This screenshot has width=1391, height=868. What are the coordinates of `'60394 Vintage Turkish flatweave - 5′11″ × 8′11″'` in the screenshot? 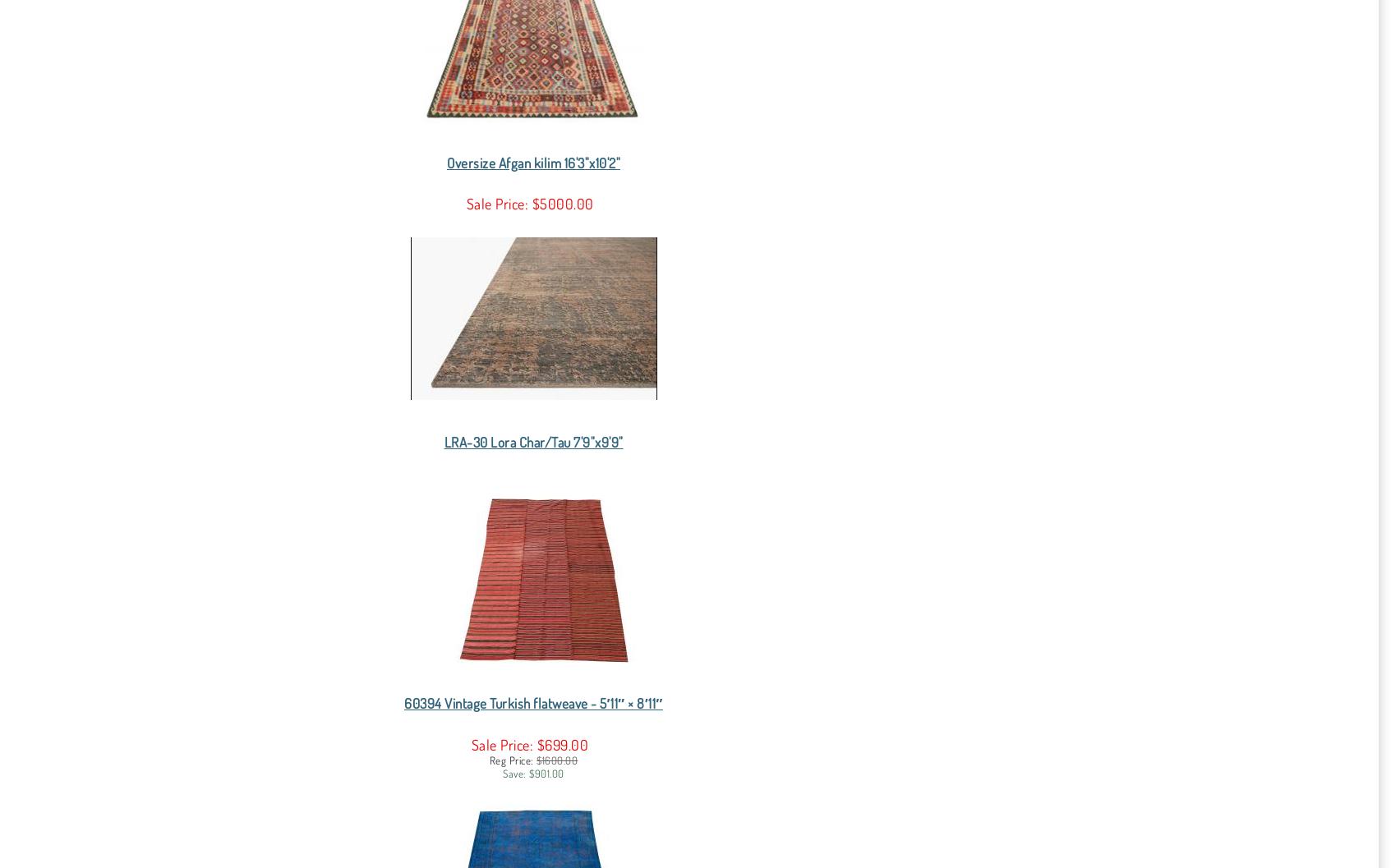 It's located at (532, 701).